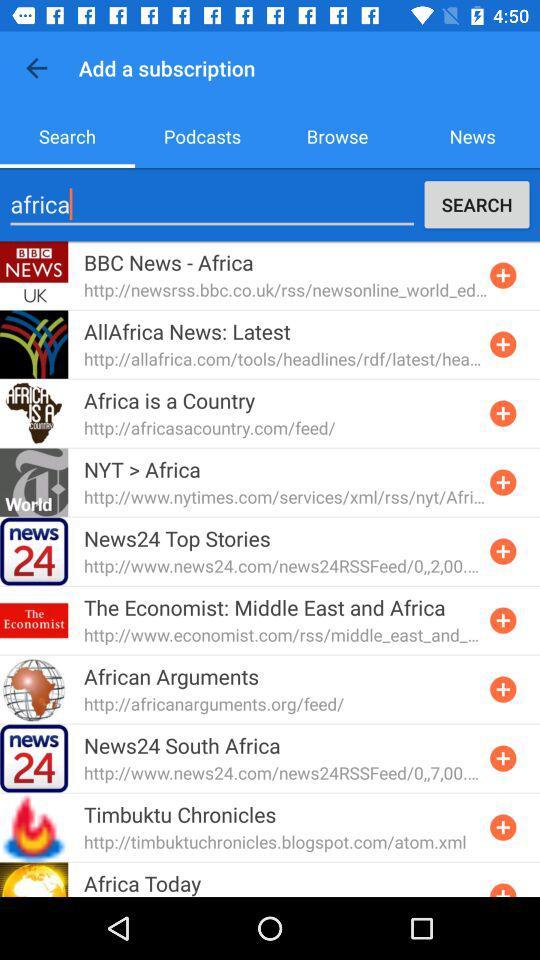  What do you see at coordinates (502, 757) in the screenshot?
I see `news24 subscription` at bounding box center [502, 757].